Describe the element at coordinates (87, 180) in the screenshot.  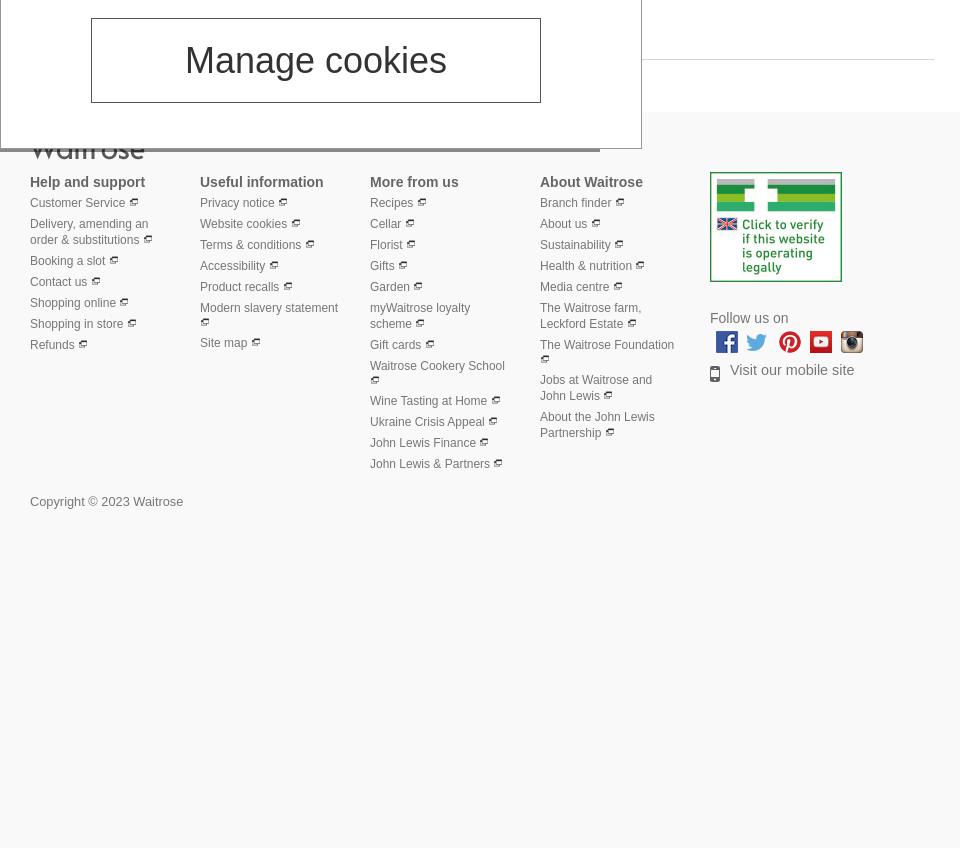
I see `'Help and support'` at that location.